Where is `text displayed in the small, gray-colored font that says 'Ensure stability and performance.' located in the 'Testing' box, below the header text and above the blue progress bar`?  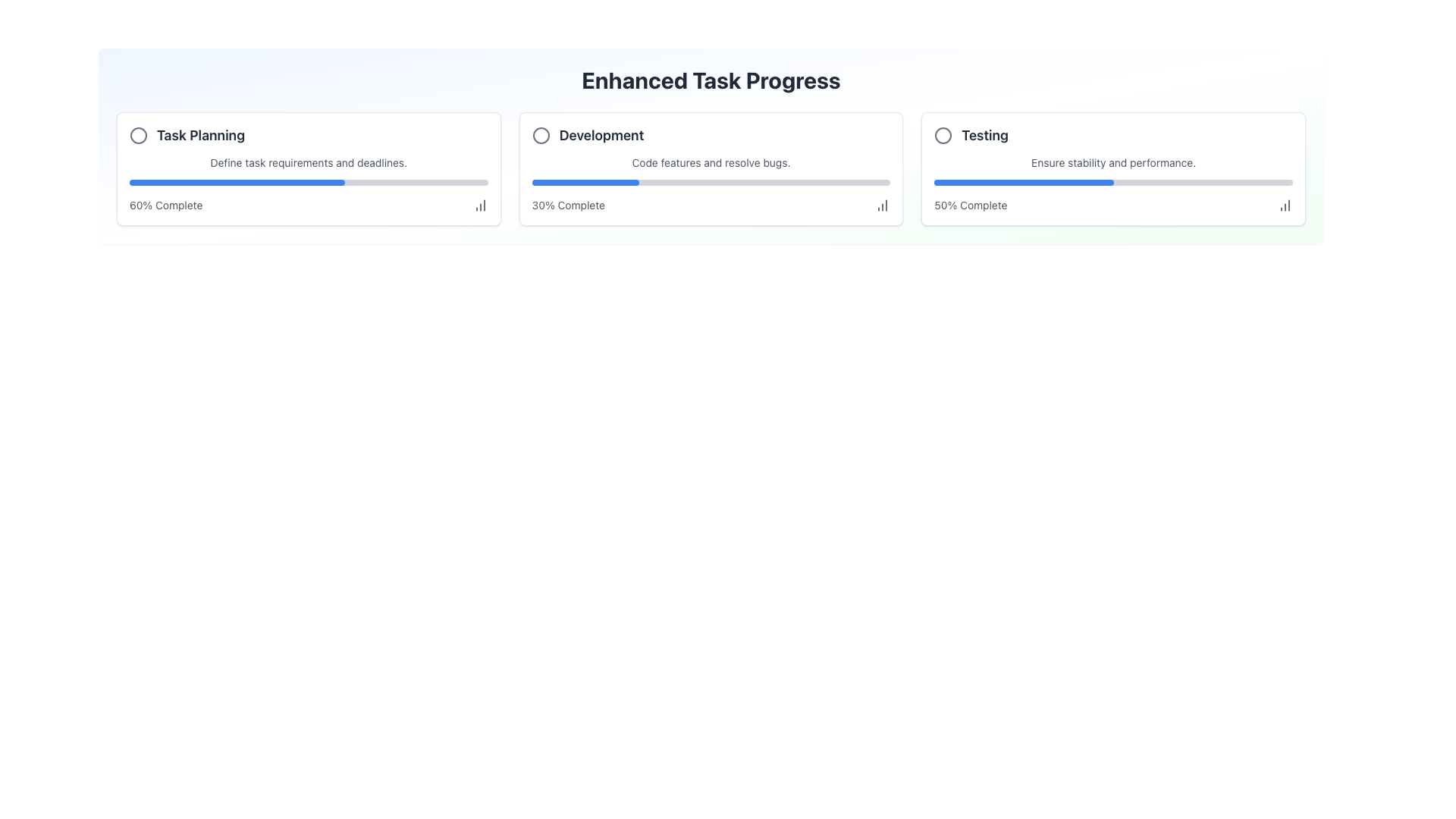 text displayed in the small, gray-colored font that says 'Ensure stability and performance.' located in the 'Testing' box, below the header text and above the blue progress bar is located at coordinates (1113, 163).